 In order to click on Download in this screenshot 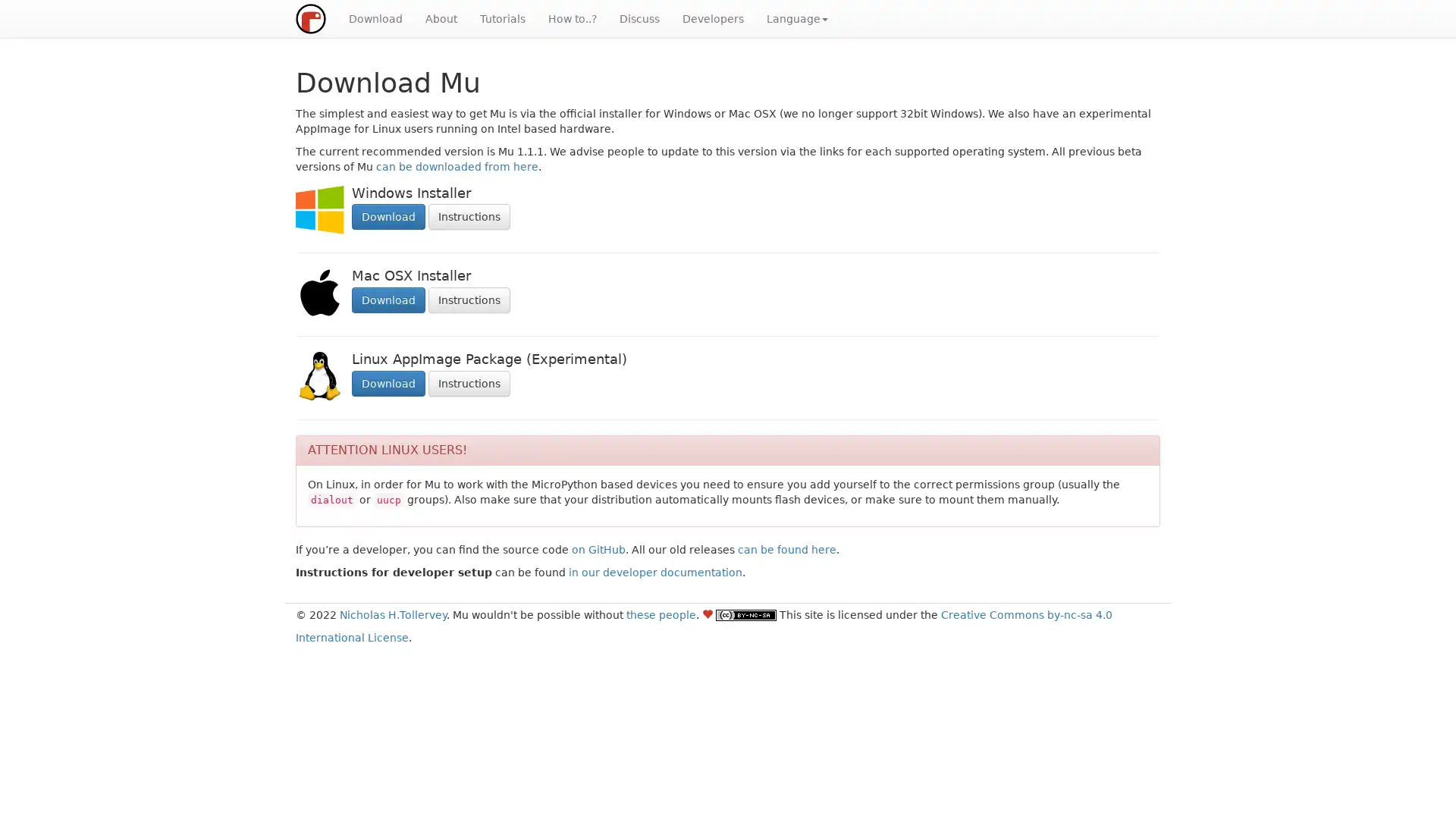, I will do `click(388, 216)`.